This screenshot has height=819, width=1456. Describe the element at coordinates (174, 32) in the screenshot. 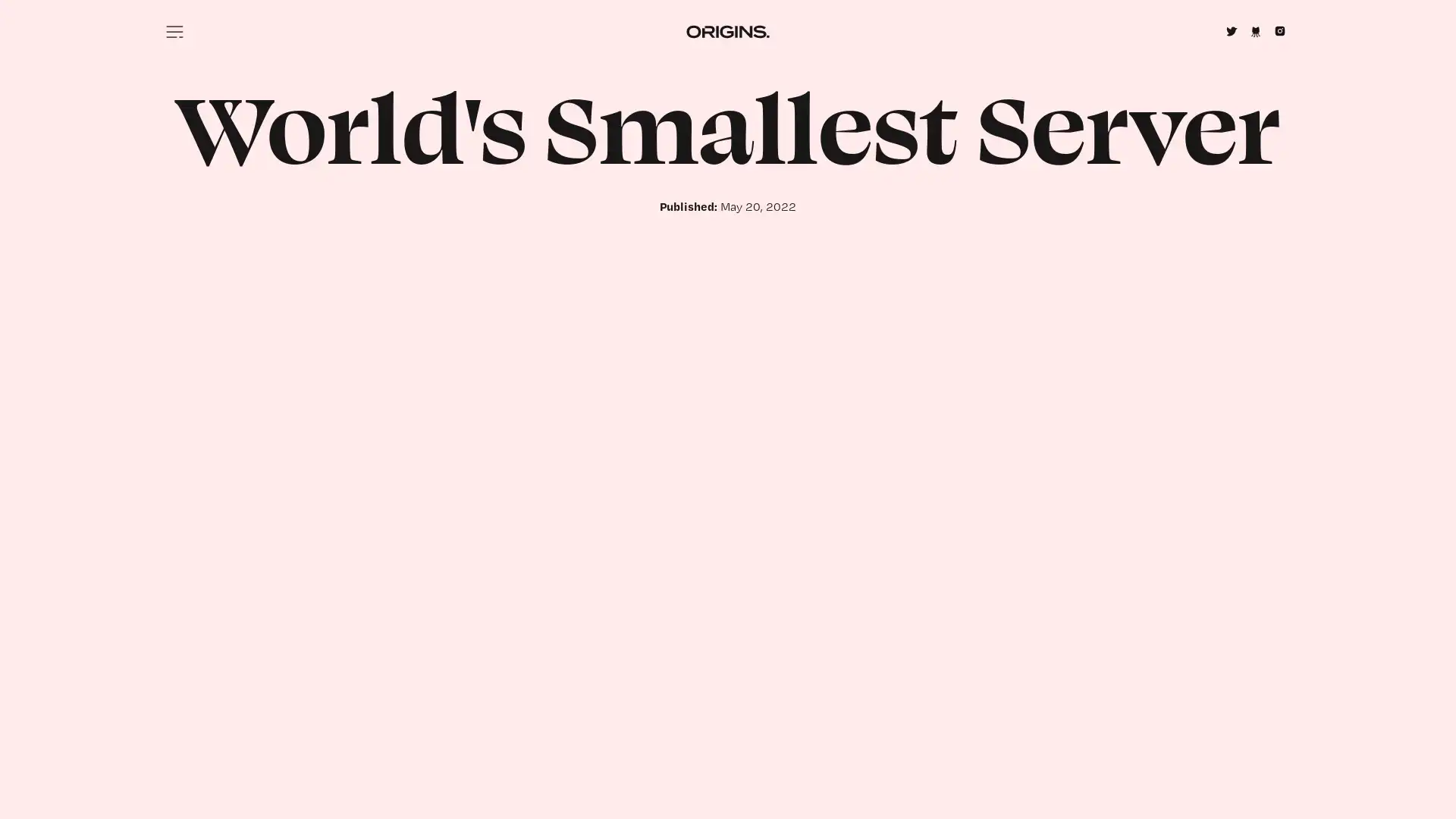

I see `Menu icon` at that location.